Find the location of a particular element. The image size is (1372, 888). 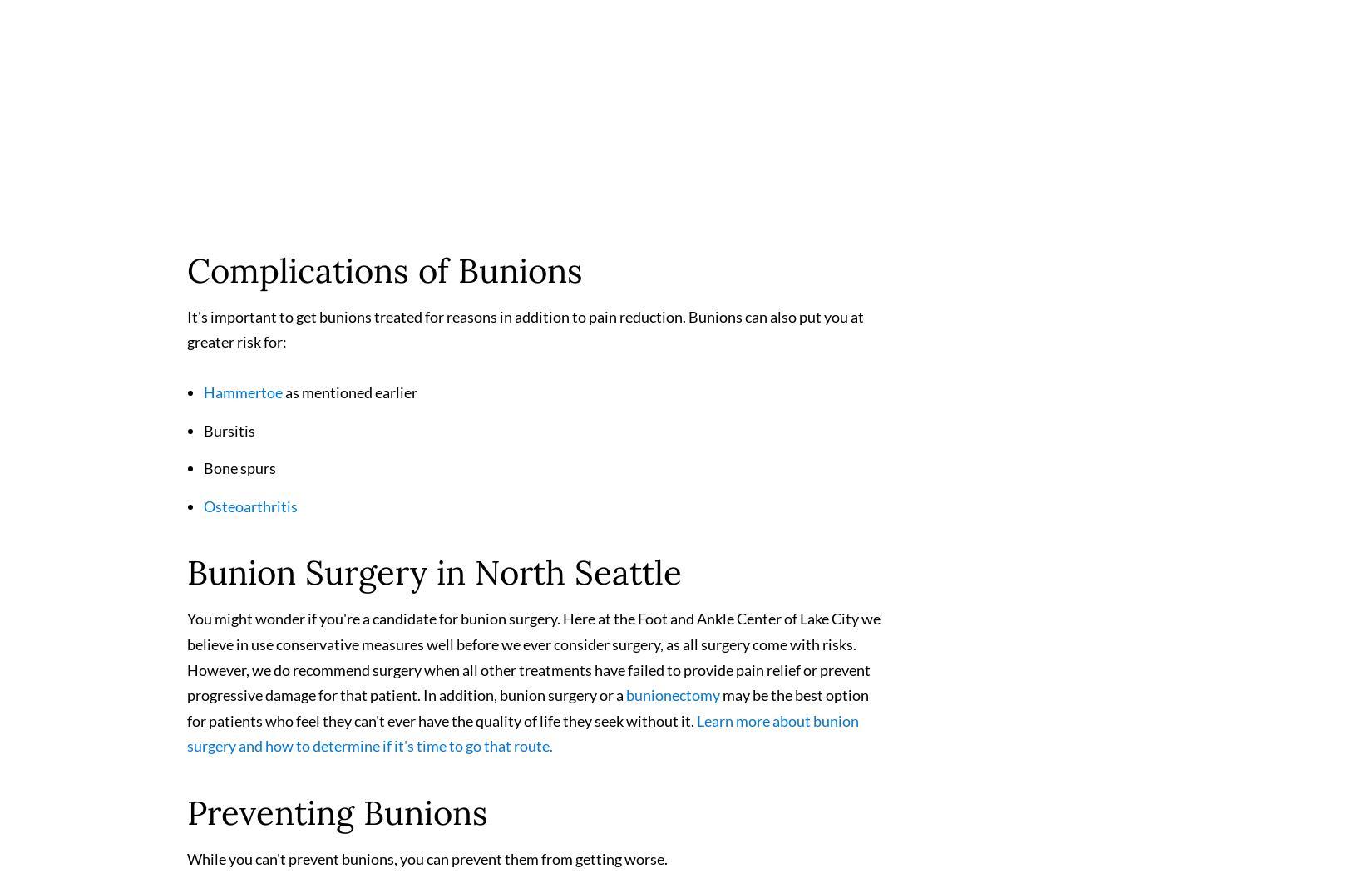

'Complications of Bunions' is located at coordinates (383, 276).